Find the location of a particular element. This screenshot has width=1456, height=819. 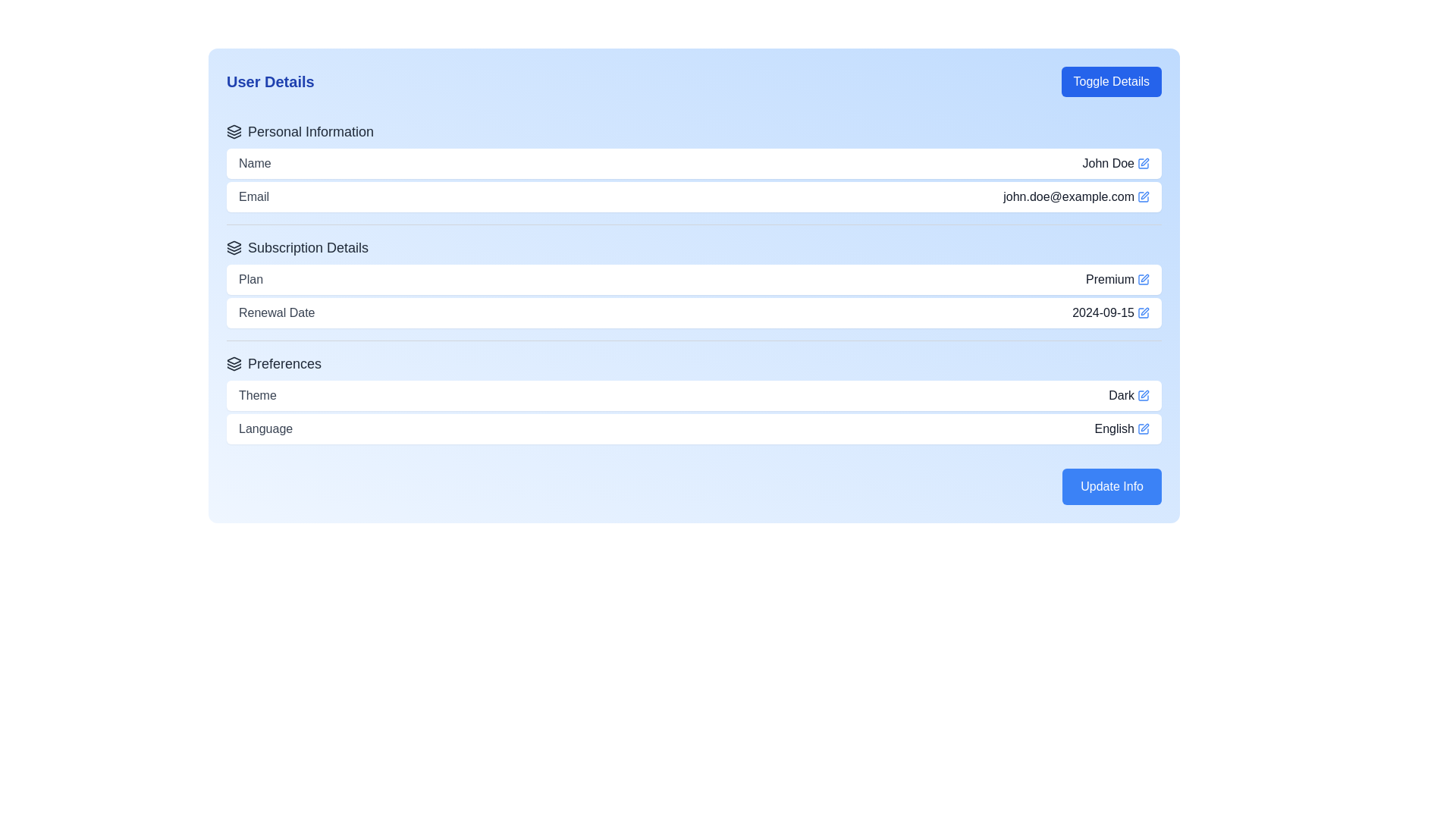

the text label displaying the subscription plan type 'Premium' located in the 'Subscription Details' section, specifically to the right of the 'Plan' text and adjacent to the edit icon is located at coordinates (1117, 280).